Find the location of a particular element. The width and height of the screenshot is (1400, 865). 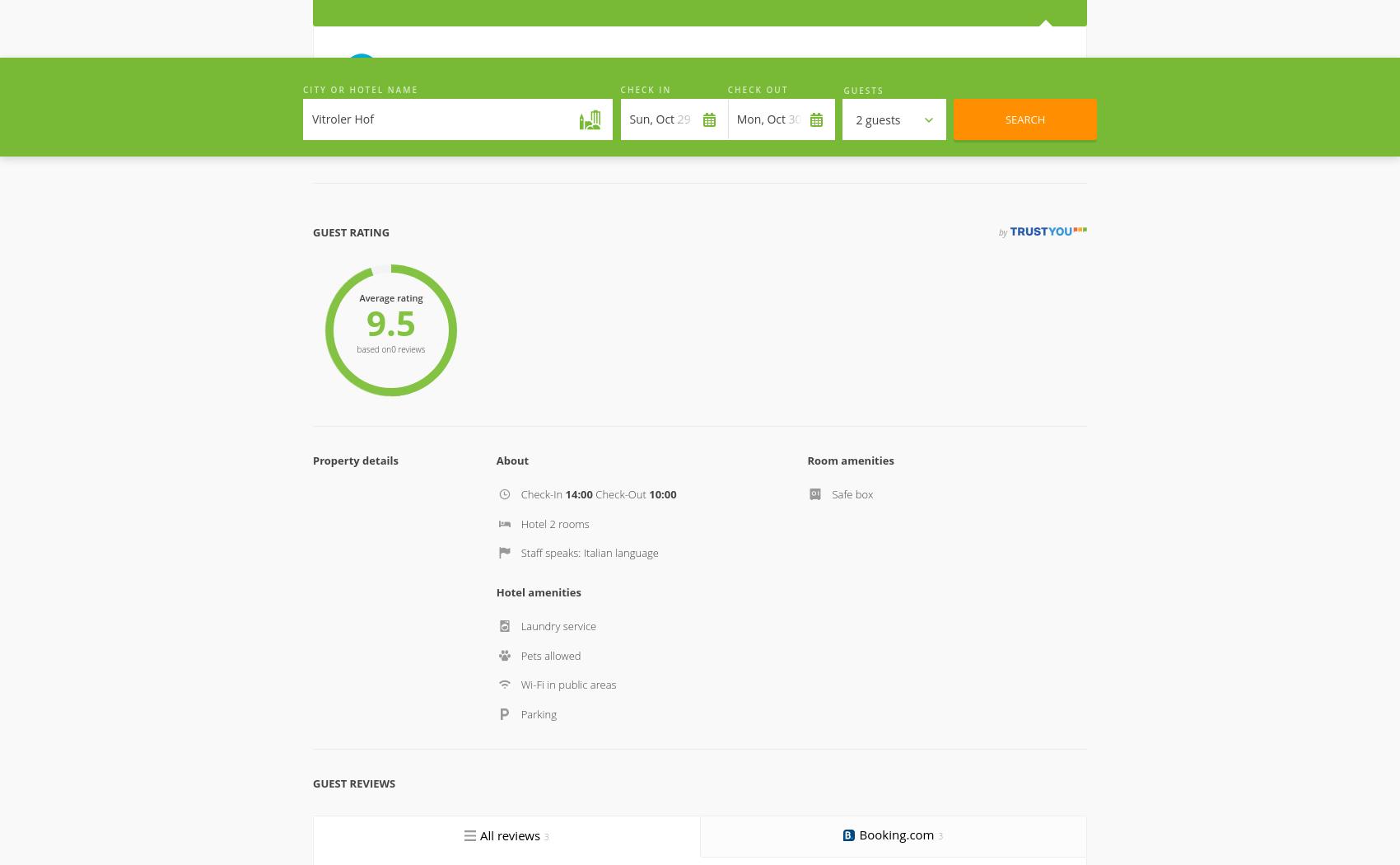

'Google Play' is located at coordinates (856, 727).